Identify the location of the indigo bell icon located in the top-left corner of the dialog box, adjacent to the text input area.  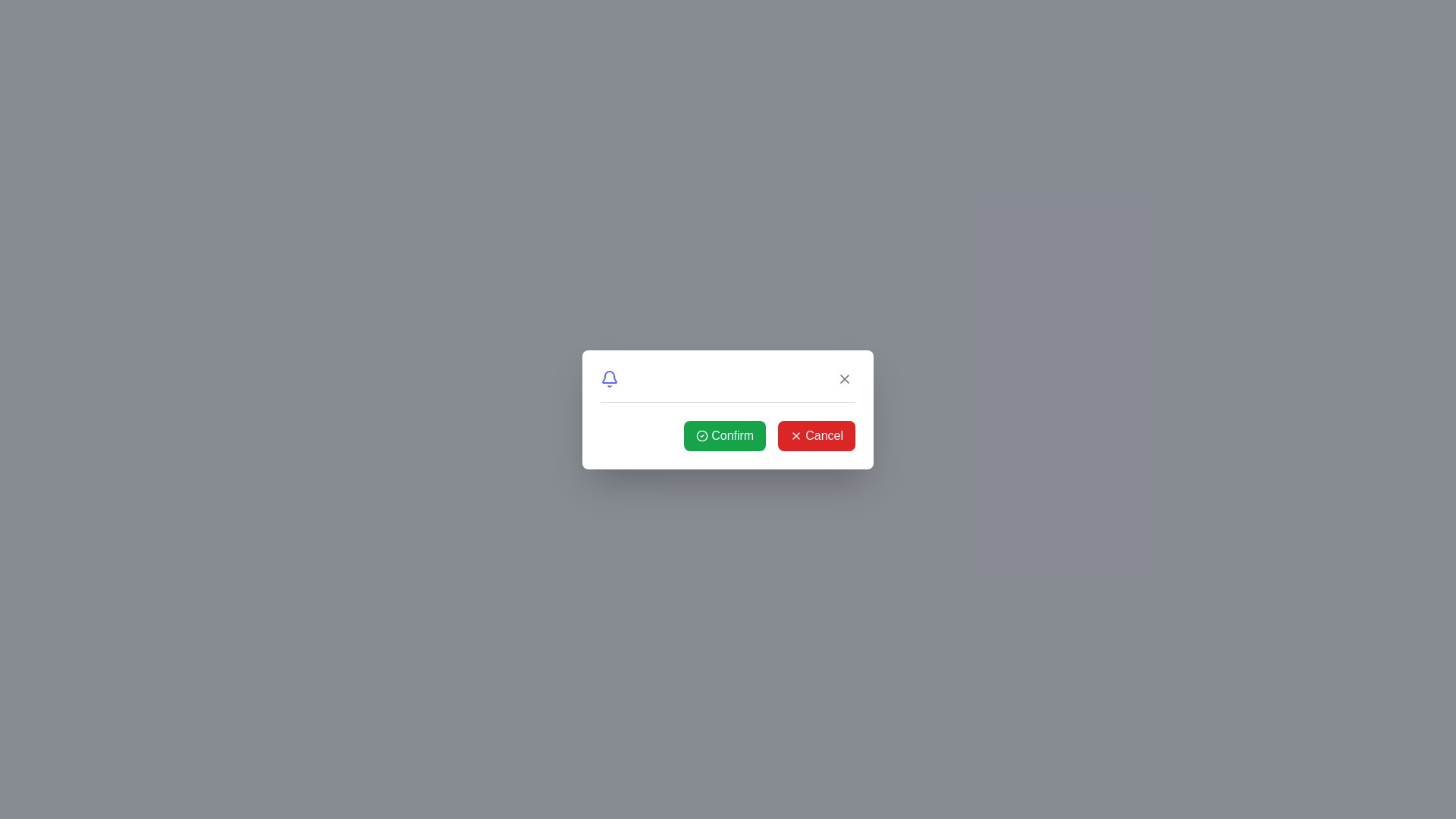
(612, 378).